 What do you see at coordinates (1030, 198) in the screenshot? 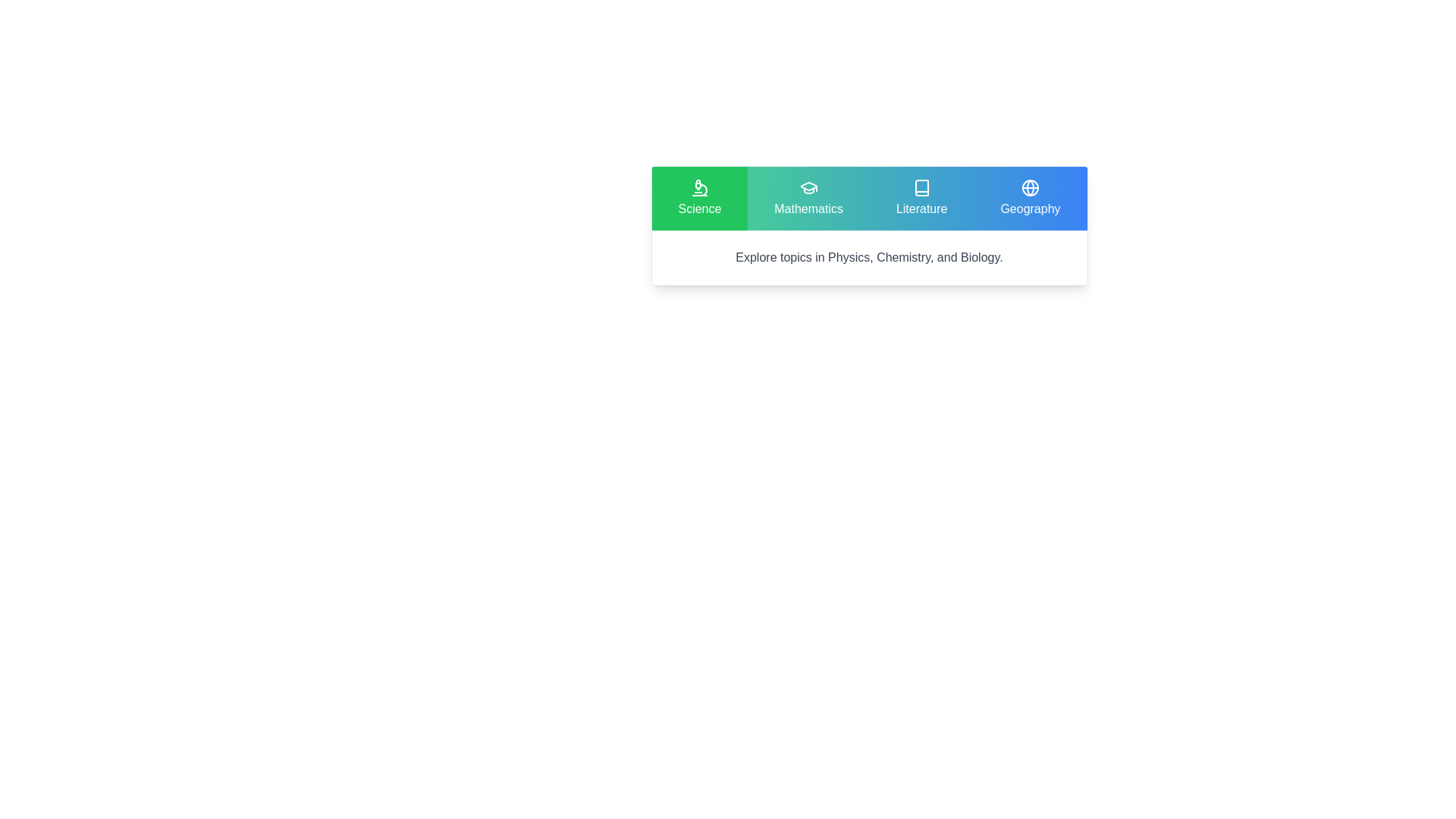
I see `the 'Geography' button` at bounding box center [1030, 198].